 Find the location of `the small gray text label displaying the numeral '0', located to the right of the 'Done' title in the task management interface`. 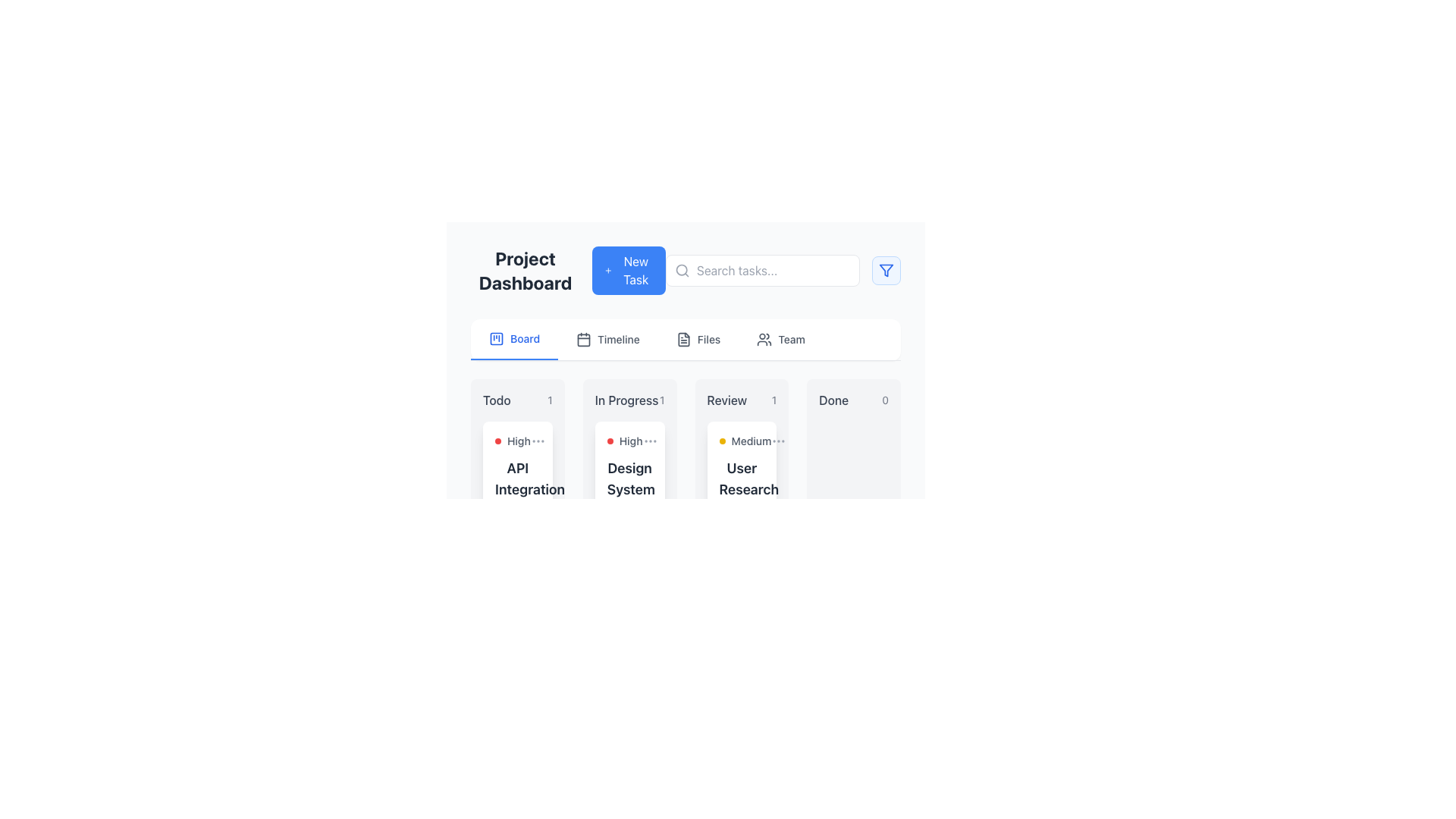

the small gray text label displaying the numeral '0', located to the right of the 'Done' title in the task management interface is located at coordinates (885, 400).